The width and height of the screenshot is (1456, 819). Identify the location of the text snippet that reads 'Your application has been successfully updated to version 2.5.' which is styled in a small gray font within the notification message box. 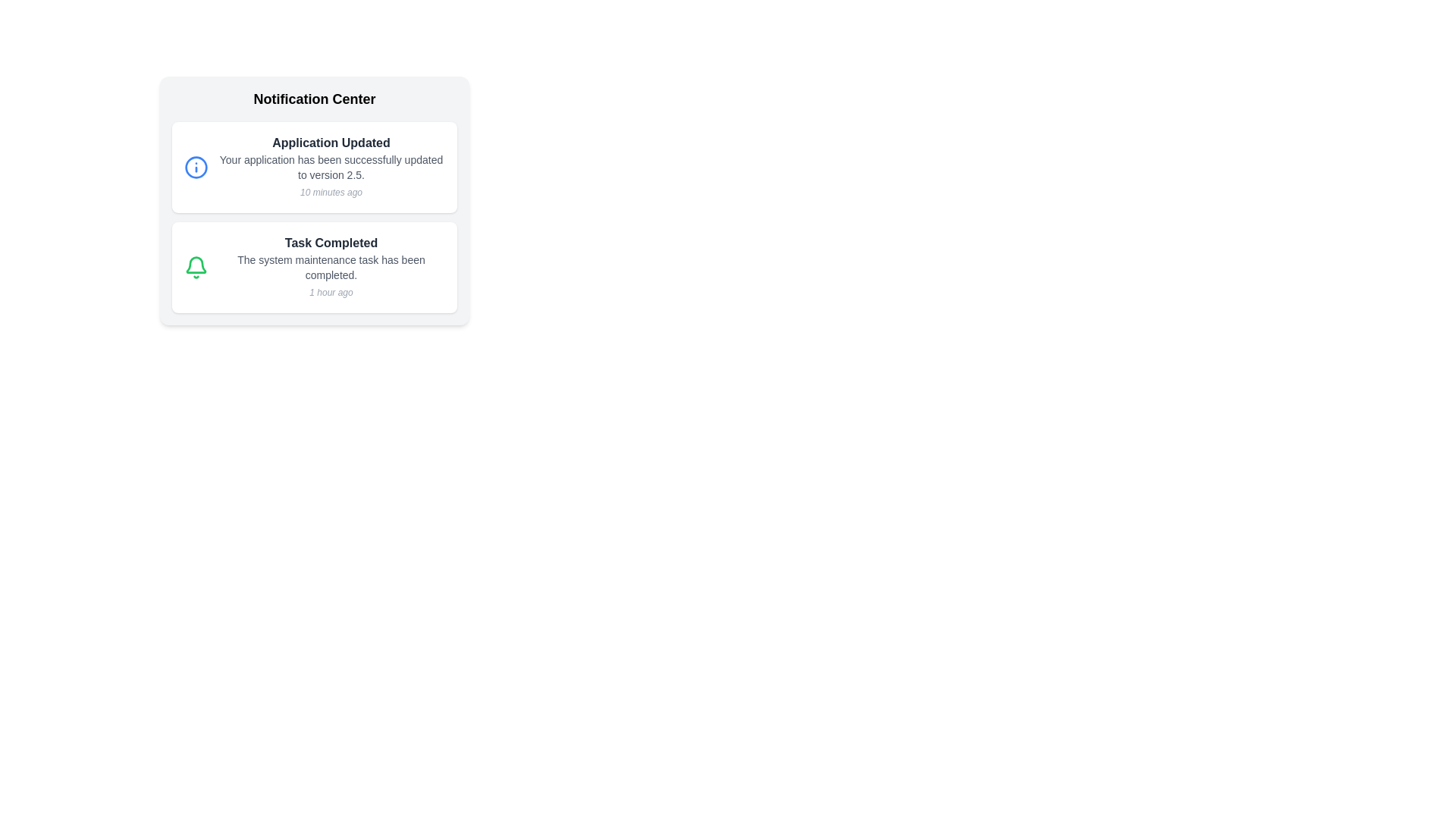
(330, 167).